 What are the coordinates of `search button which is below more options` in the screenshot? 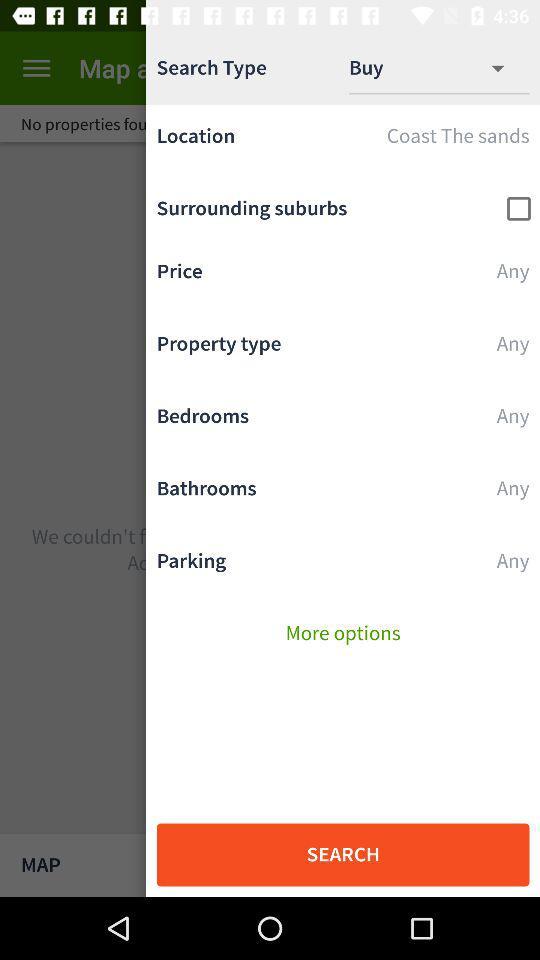 It's located at (342, 854).